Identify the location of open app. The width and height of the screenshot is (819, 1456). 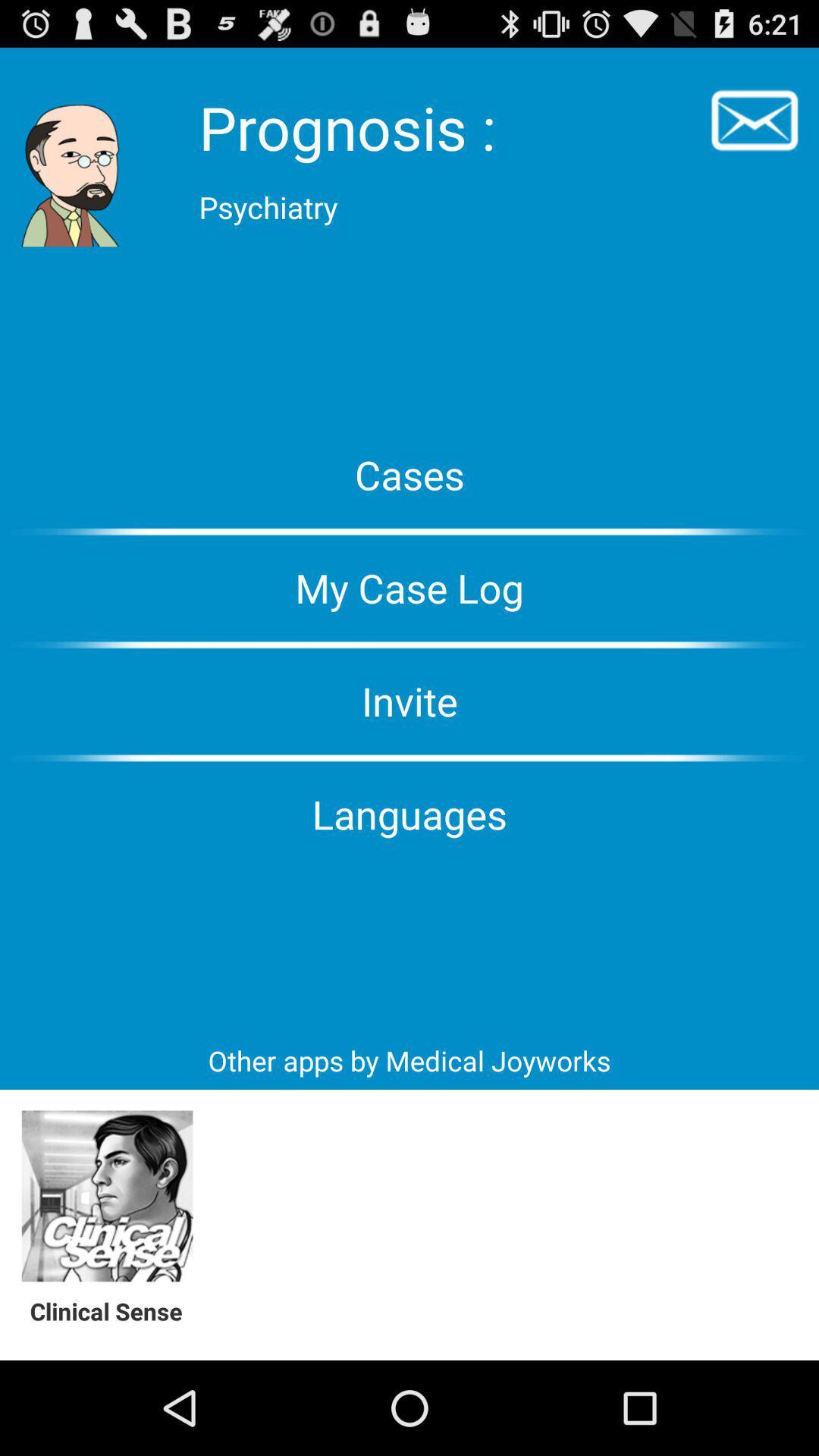
(106, 1196).